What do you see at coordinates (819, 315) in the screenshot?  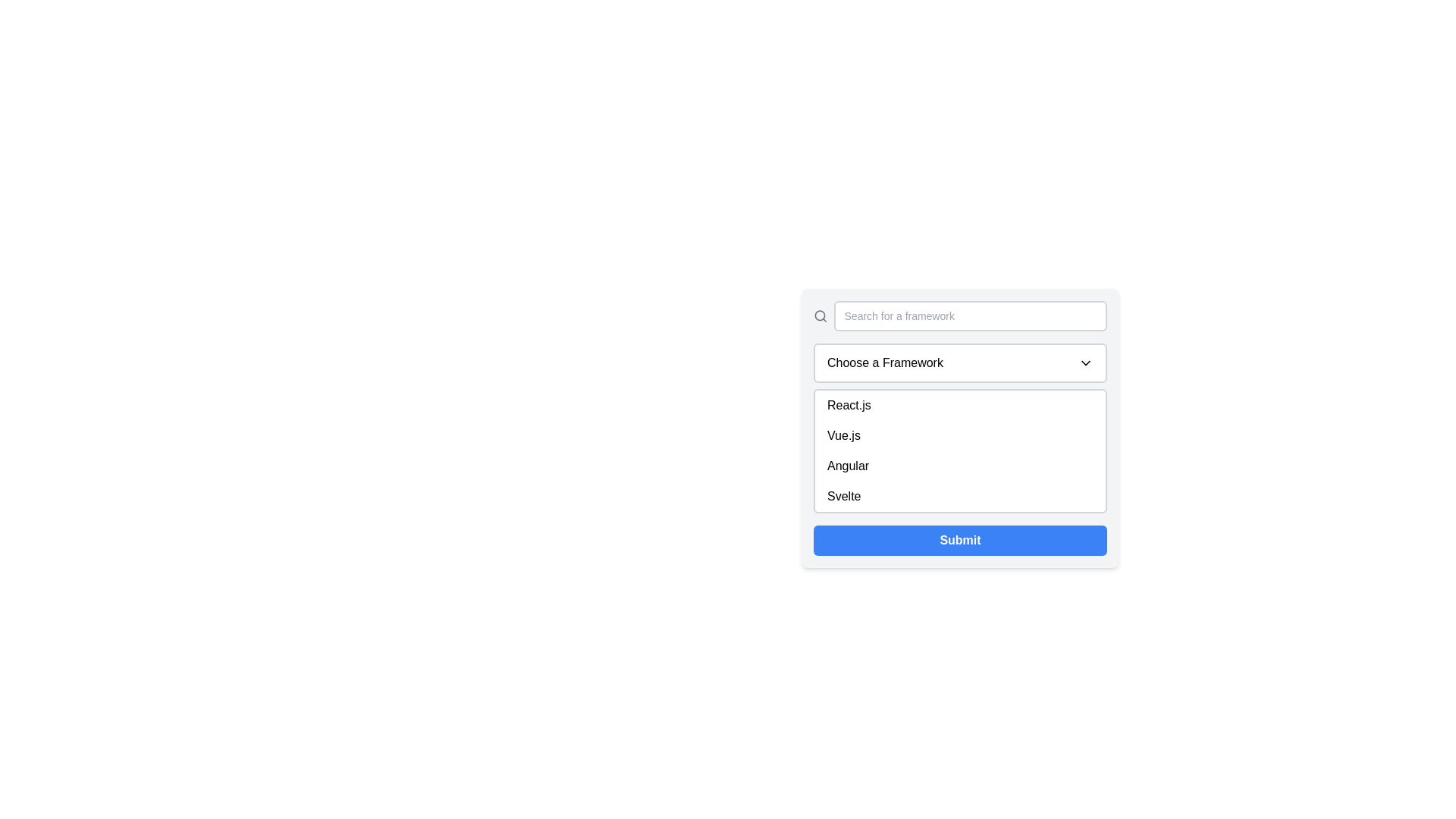 I see `the circular part of the magnifying glass icon representing the search function, which is positioned above the 'Search for a framework' text field` at bounding box center [819, 315].